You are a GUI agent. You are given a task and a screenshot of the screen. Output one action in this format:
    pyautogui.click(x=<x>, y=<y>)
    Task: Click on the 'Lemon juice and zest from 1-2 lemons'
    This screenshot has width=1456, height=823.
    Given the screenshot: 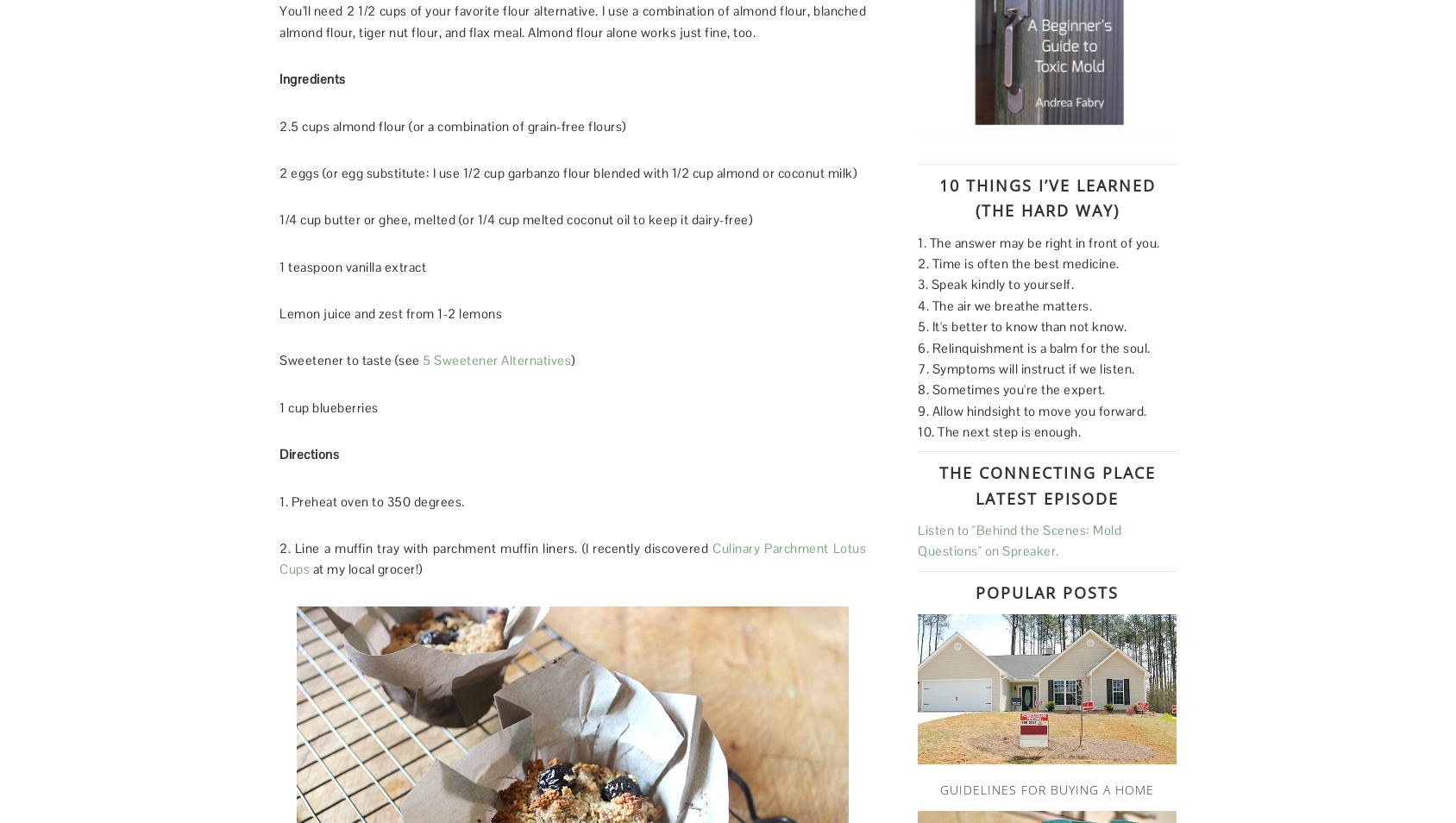 What is the action you would take?
    pyautogui.click(x=279, y=313)
    